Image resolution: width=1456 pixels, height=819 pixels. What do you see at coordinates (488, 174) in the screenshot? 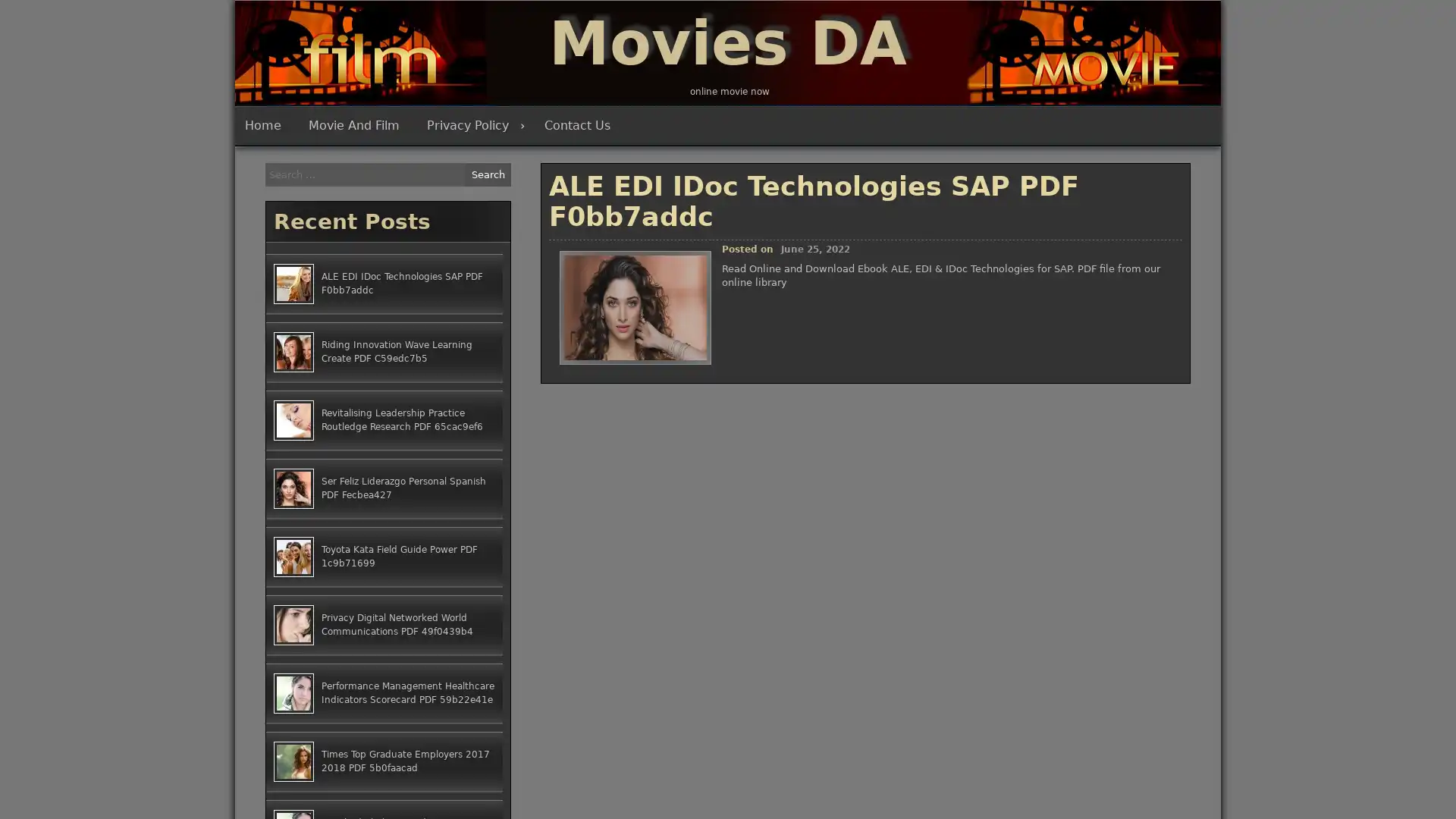
I see `Search` at bounding box center [488, 174].